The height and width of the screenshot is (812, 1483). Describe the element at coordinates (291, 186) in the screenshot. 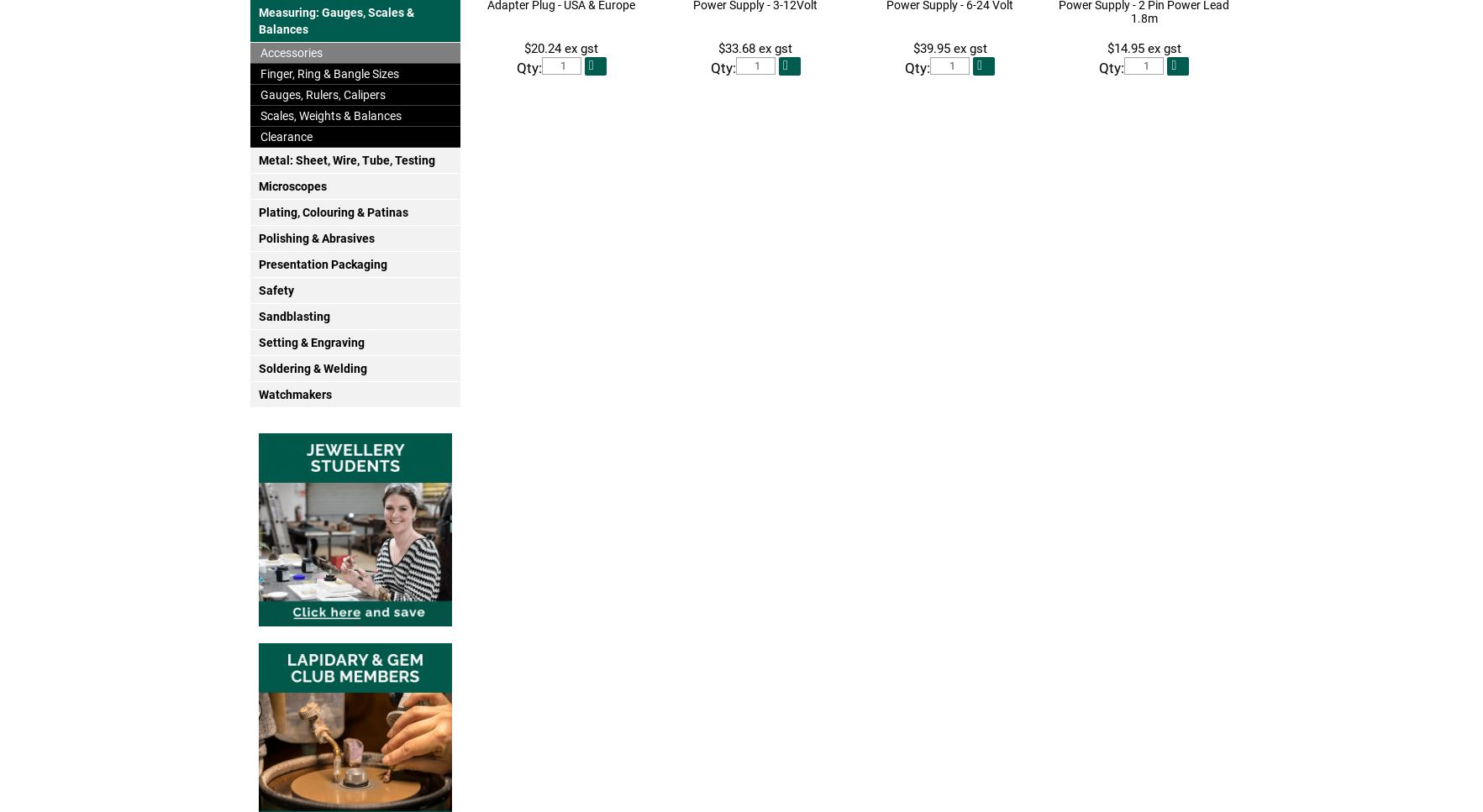

I see `'Microscopes'` at that location.